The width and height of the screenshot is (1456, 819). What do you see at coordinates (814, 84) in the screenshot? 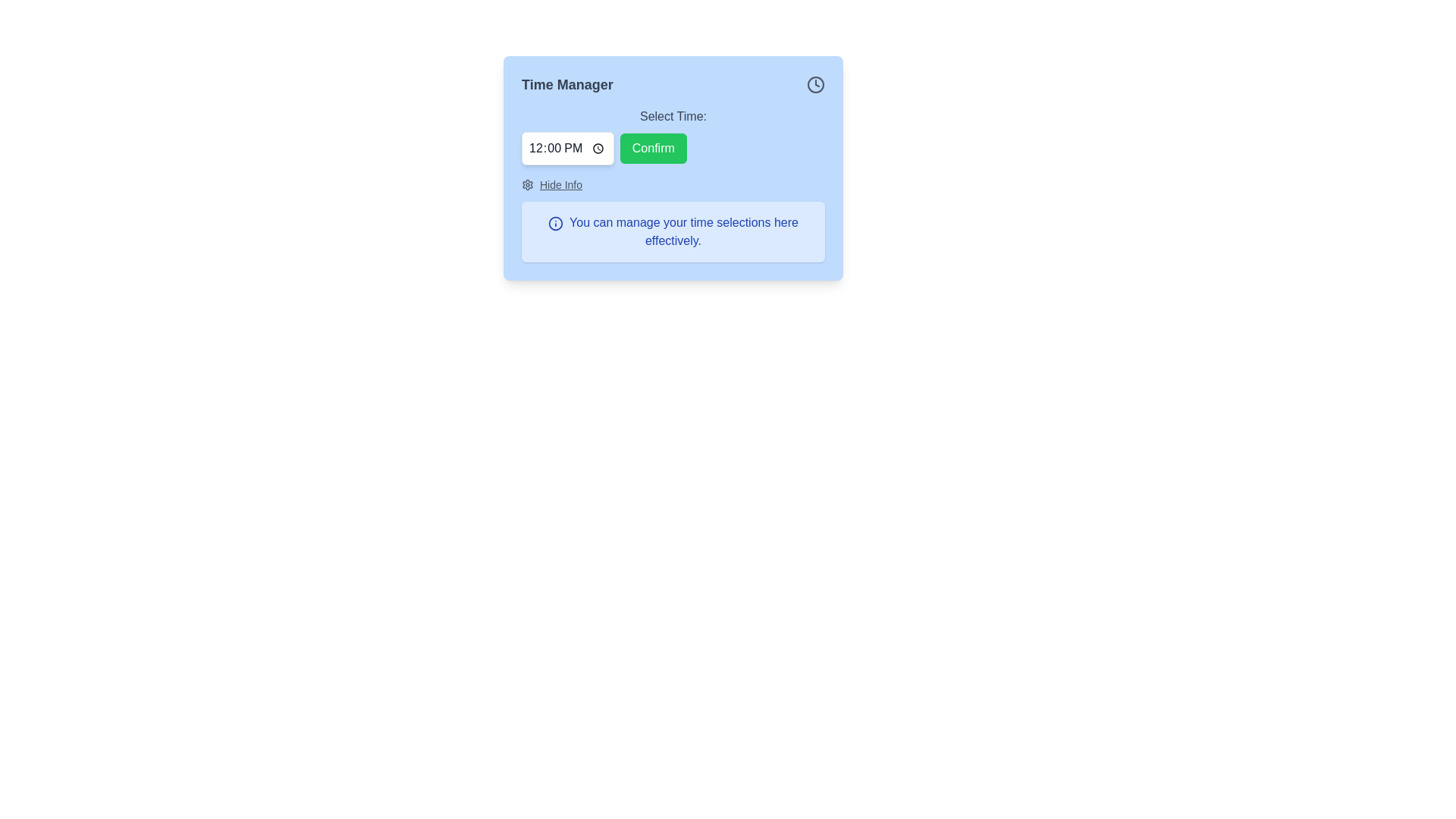
I see `the clock face icon located in the top-right corner of the interface, next to the 'Time Manager' title area` at bounding box center [814, 84].